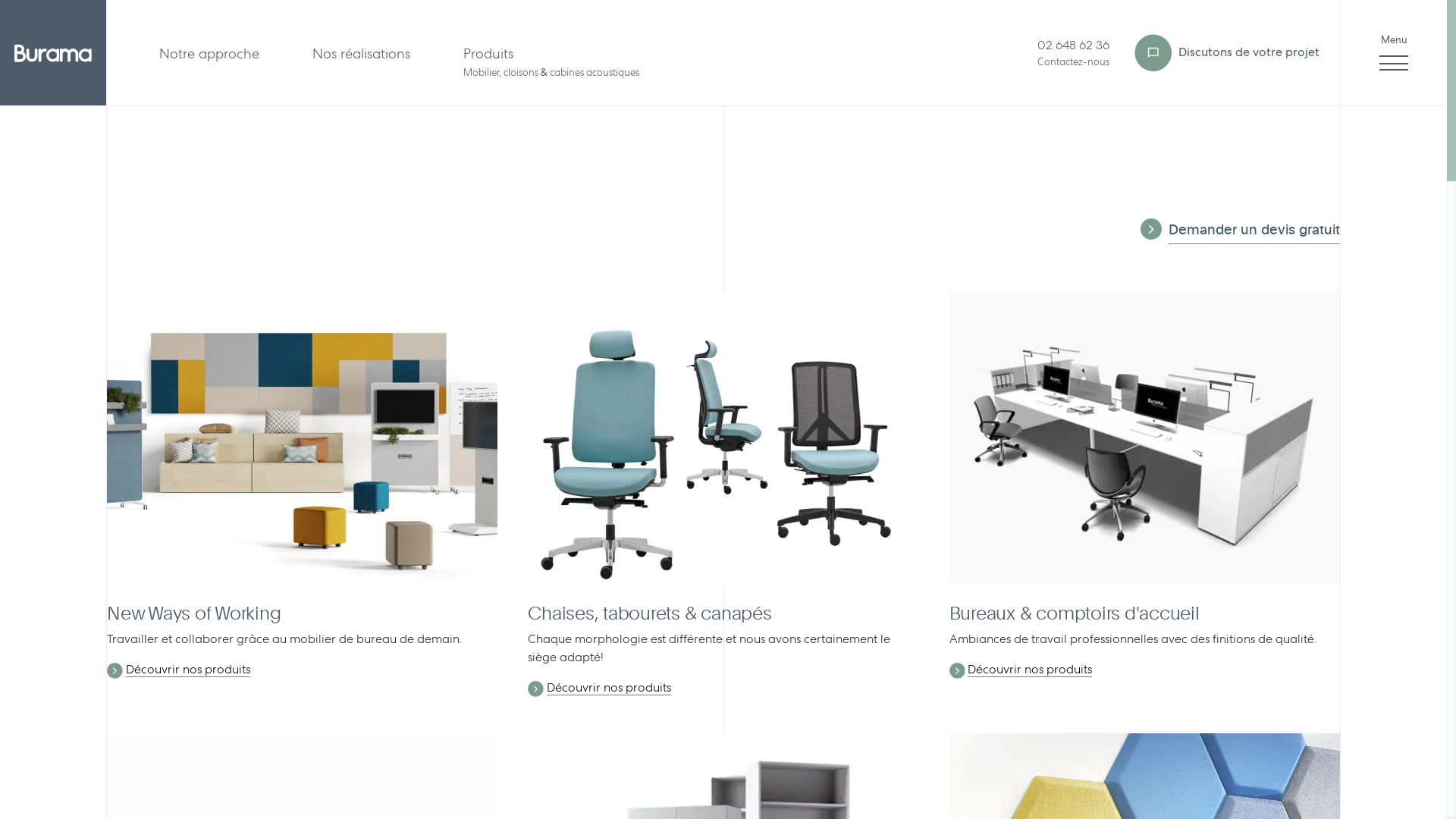  Describe the element at coordinates (1254, 231) in the screenshot. I see `'Demander un devis gratuit'` at that location.